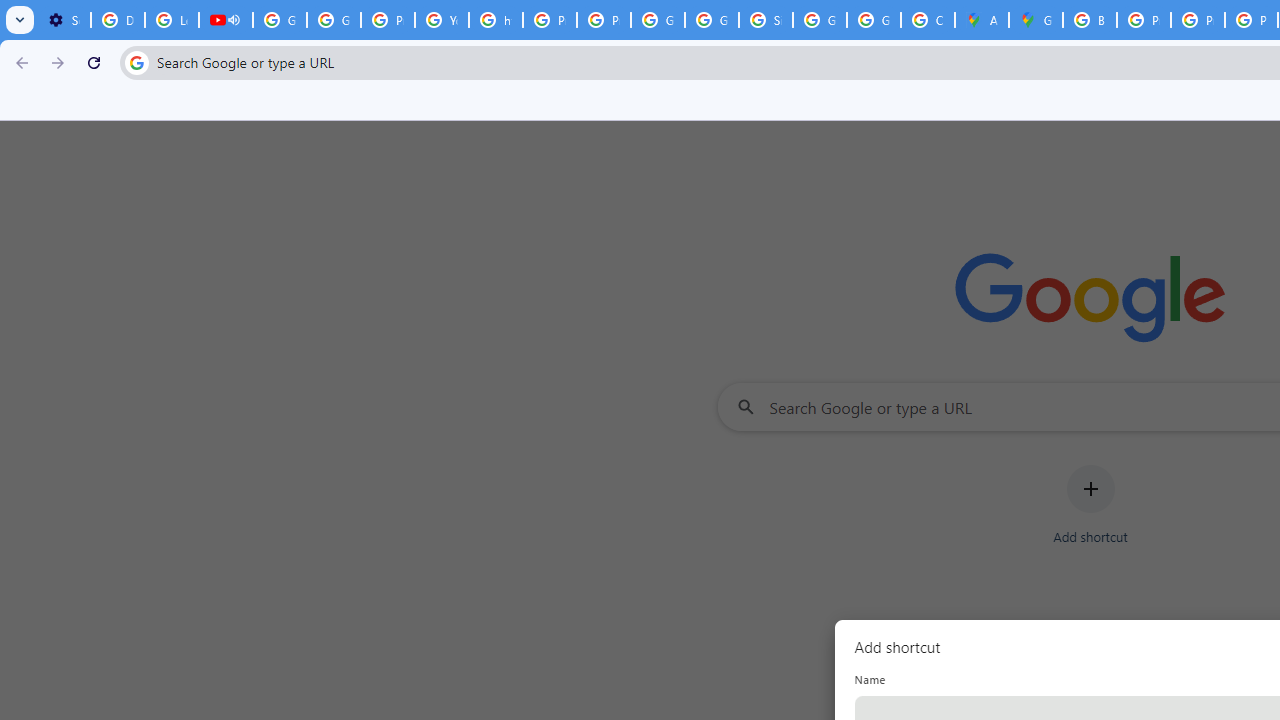  What do you see at coordinates (1198, 20) in the screenshot?
I see `'Privacy Help Center - Policies Help'` at bounding box center [1198, 20].